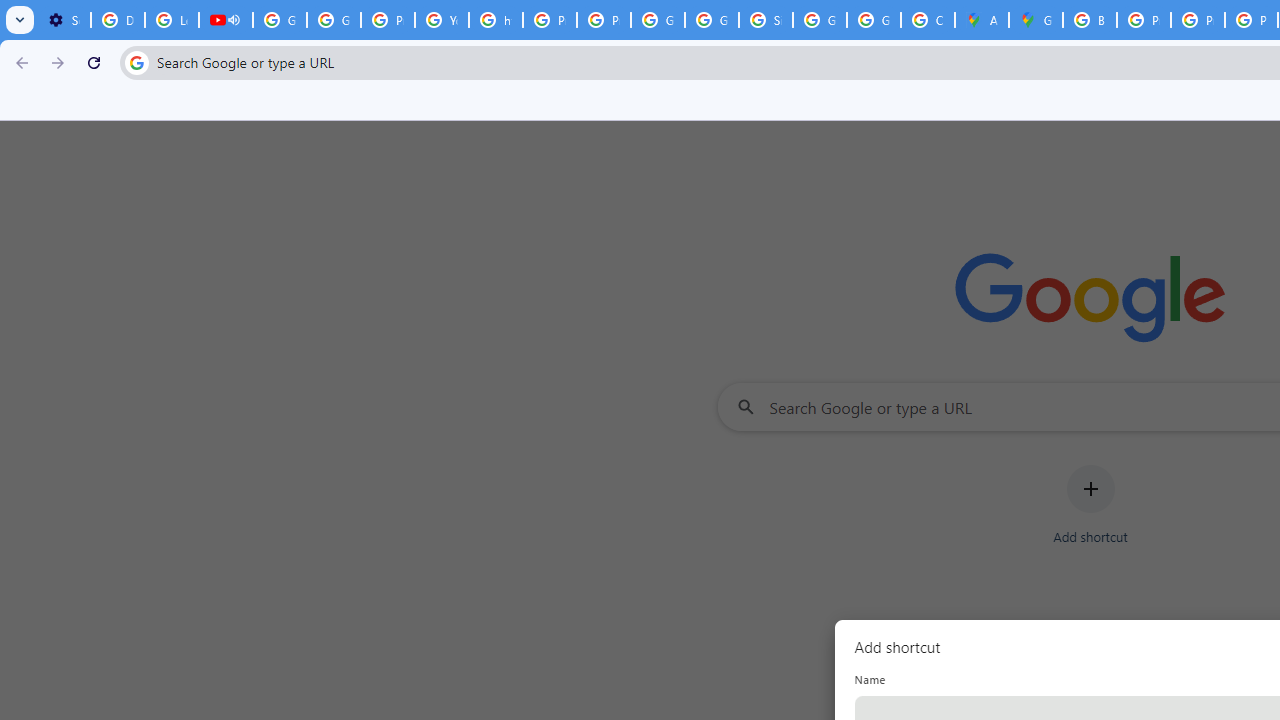  What do you see at coordinates (1198, 20) in the screenshot?
I see `'Privacy Help Center - Policies Help'` at bounding box center [1198, 20].